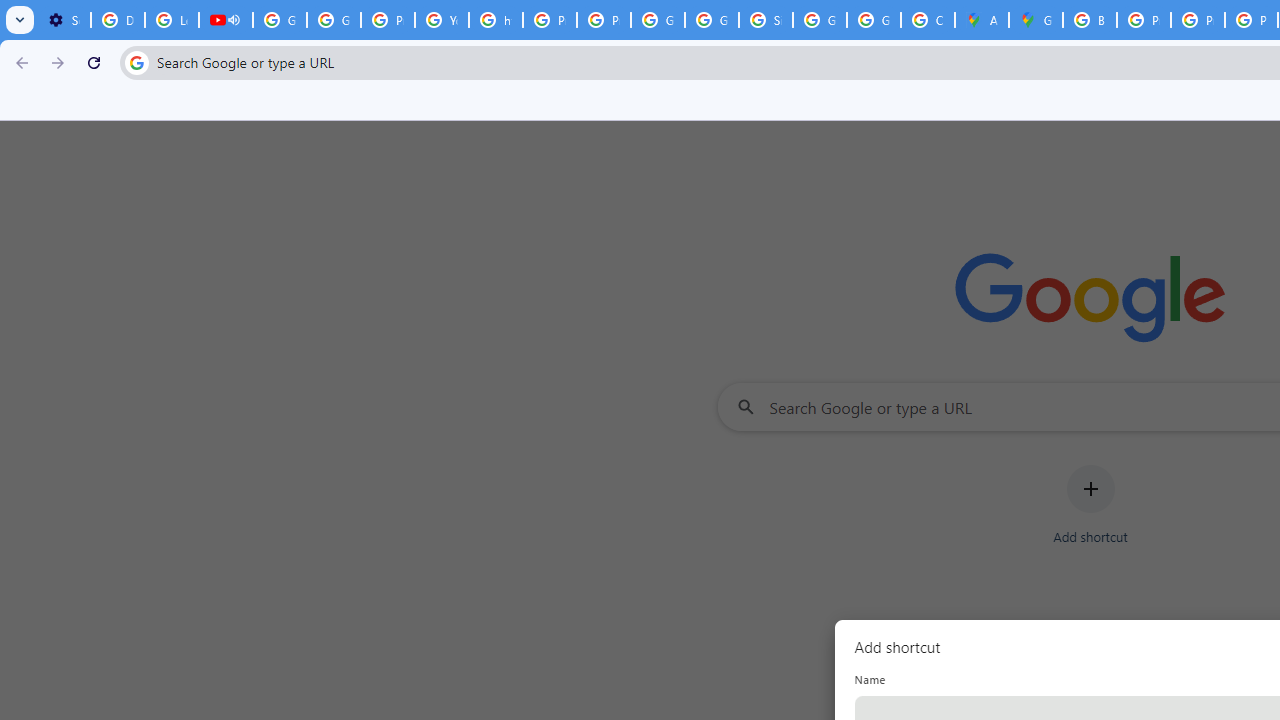  What do you see at coordinates (1198, 20) in the screenshot?
I see `'Privacy Help Center - Policies Help'` at bounding box center [1198, 20].